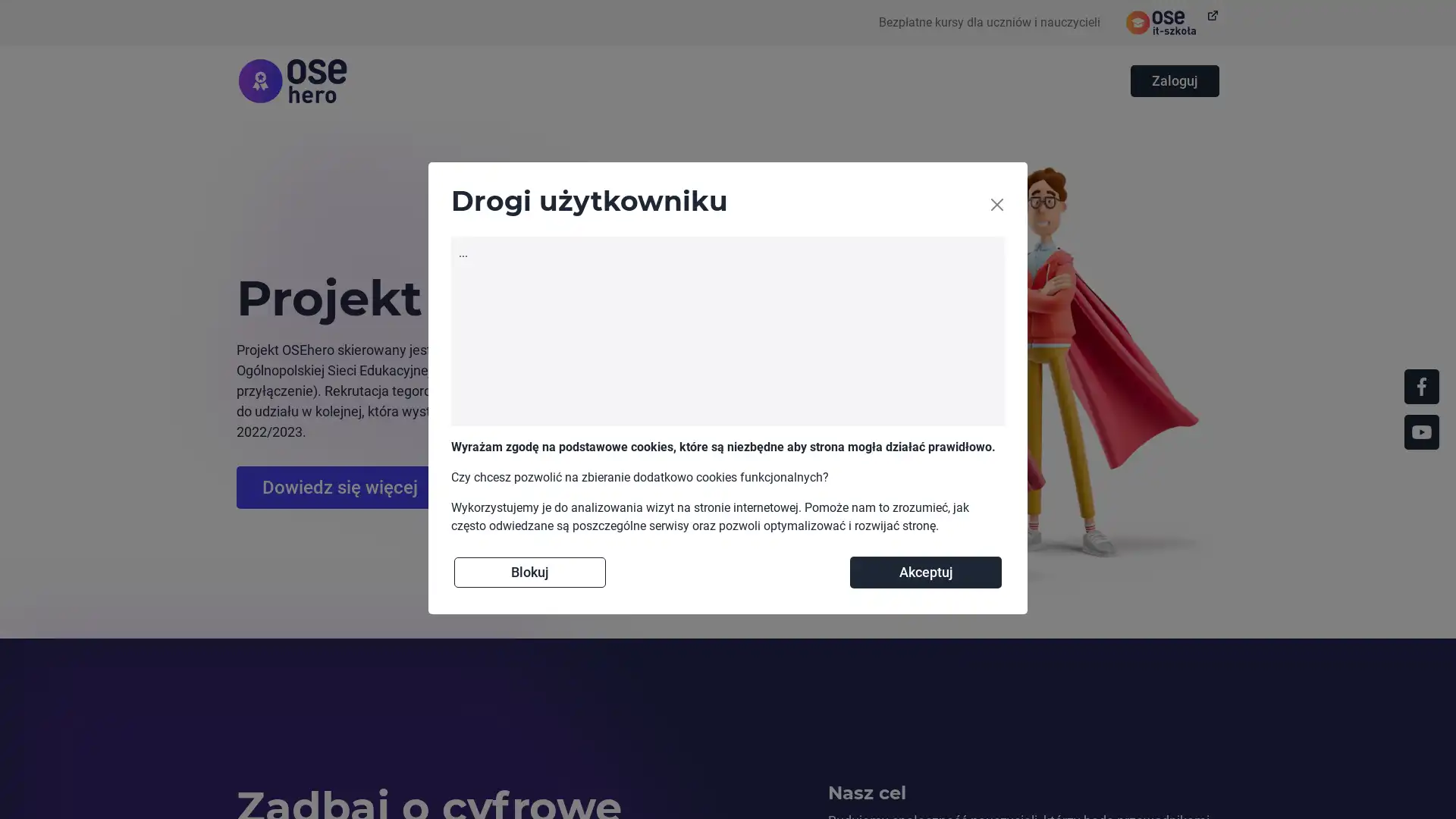 The image size is (1456, 819). Describe the element at coordinates (924, 571) in the screenshot. I see `Akceptuj` at that location.